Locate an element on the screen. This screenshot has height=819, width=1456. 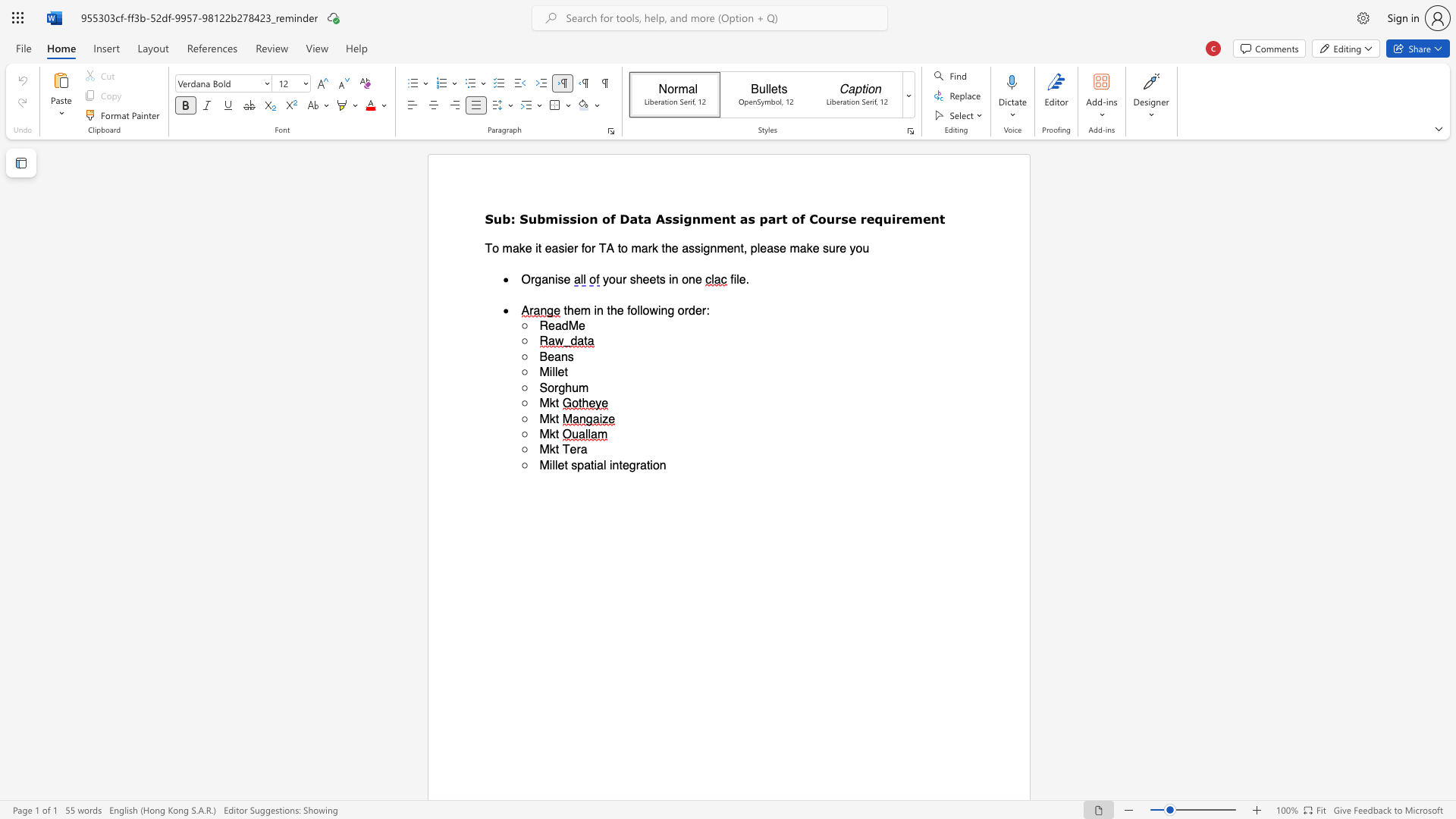
the 1th character "a" in the text is located at coordinates (744, 218).